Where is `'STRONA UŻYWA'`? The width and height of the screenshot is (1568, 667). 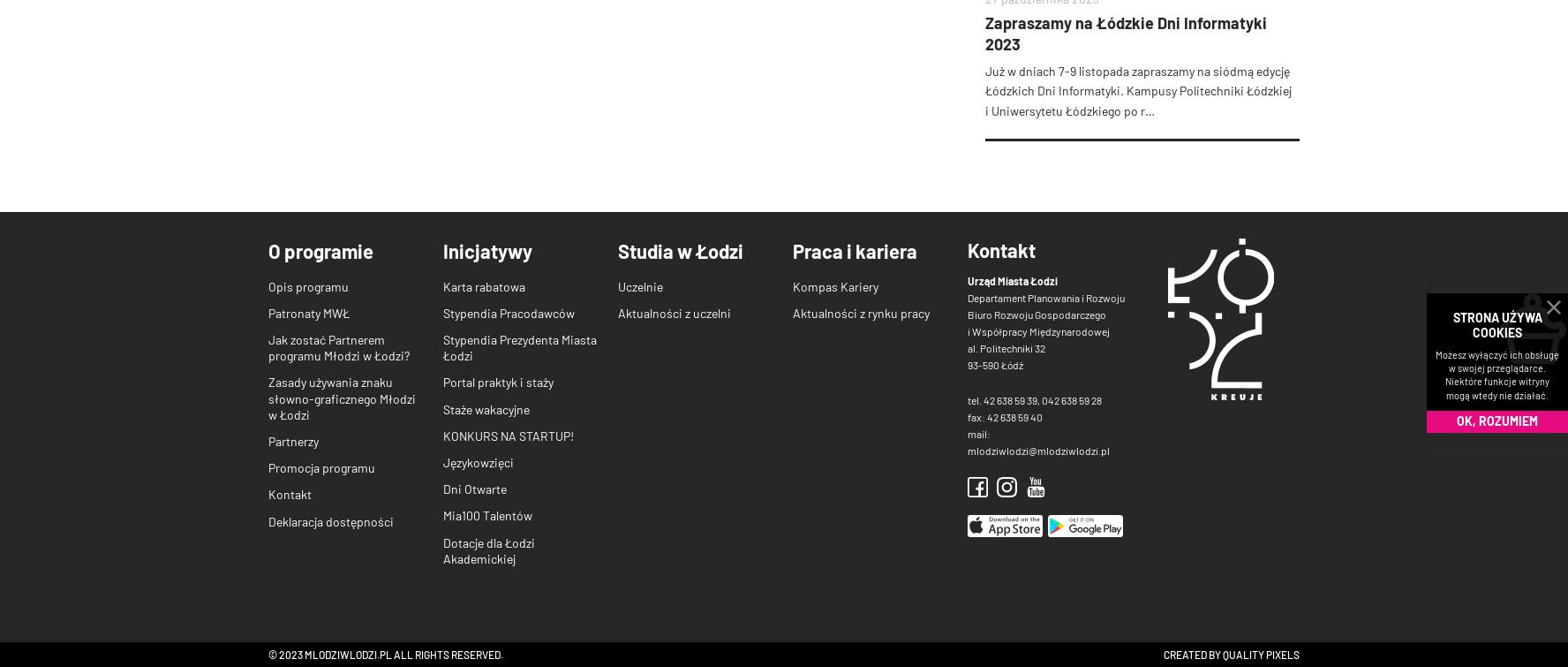 'STRONA UŻYWA' is located at coordinates (1496, 317).